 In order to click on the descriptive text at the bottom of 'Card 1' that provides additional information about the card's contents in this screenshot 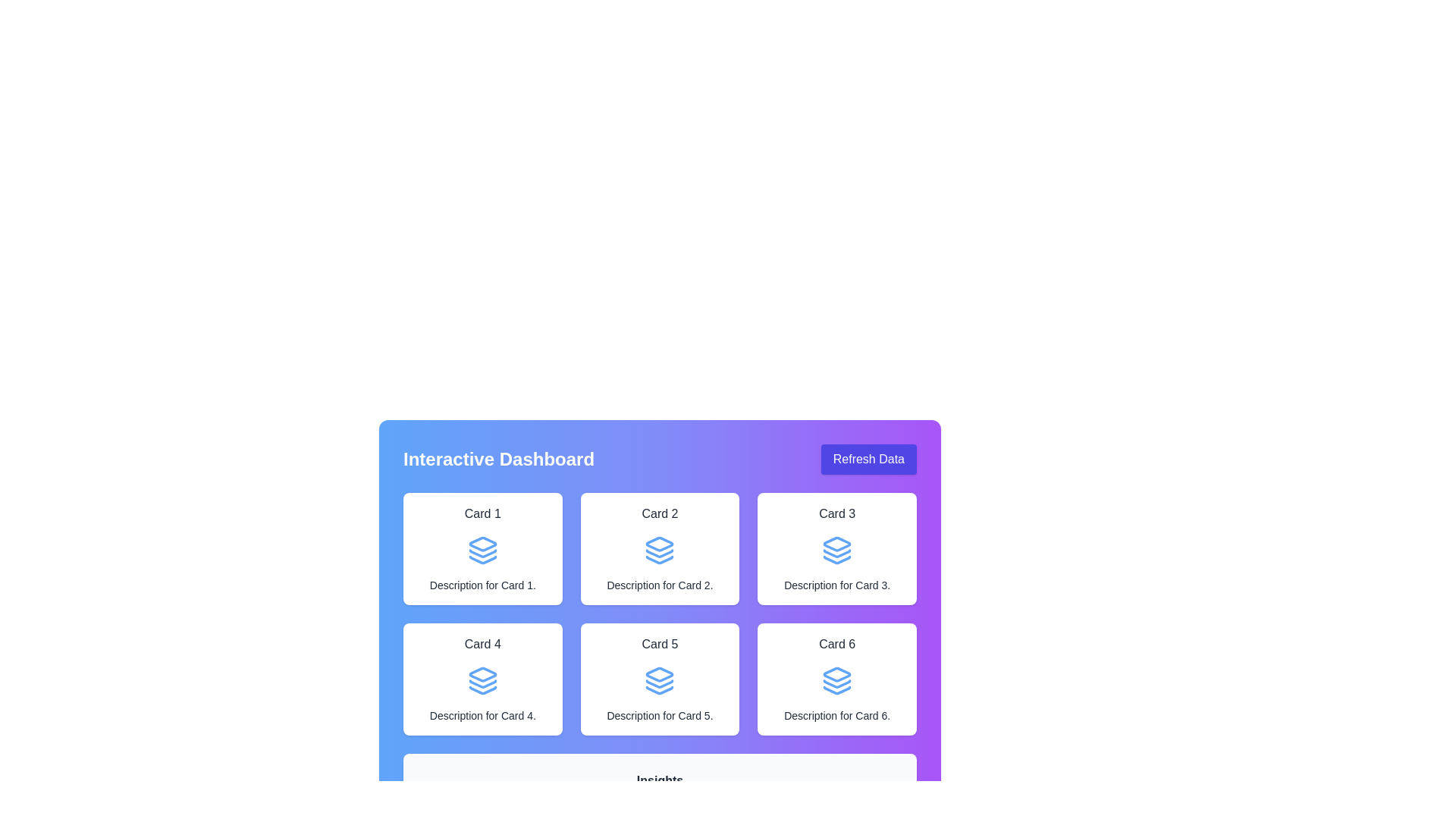, I will do `click(482, 584)`.